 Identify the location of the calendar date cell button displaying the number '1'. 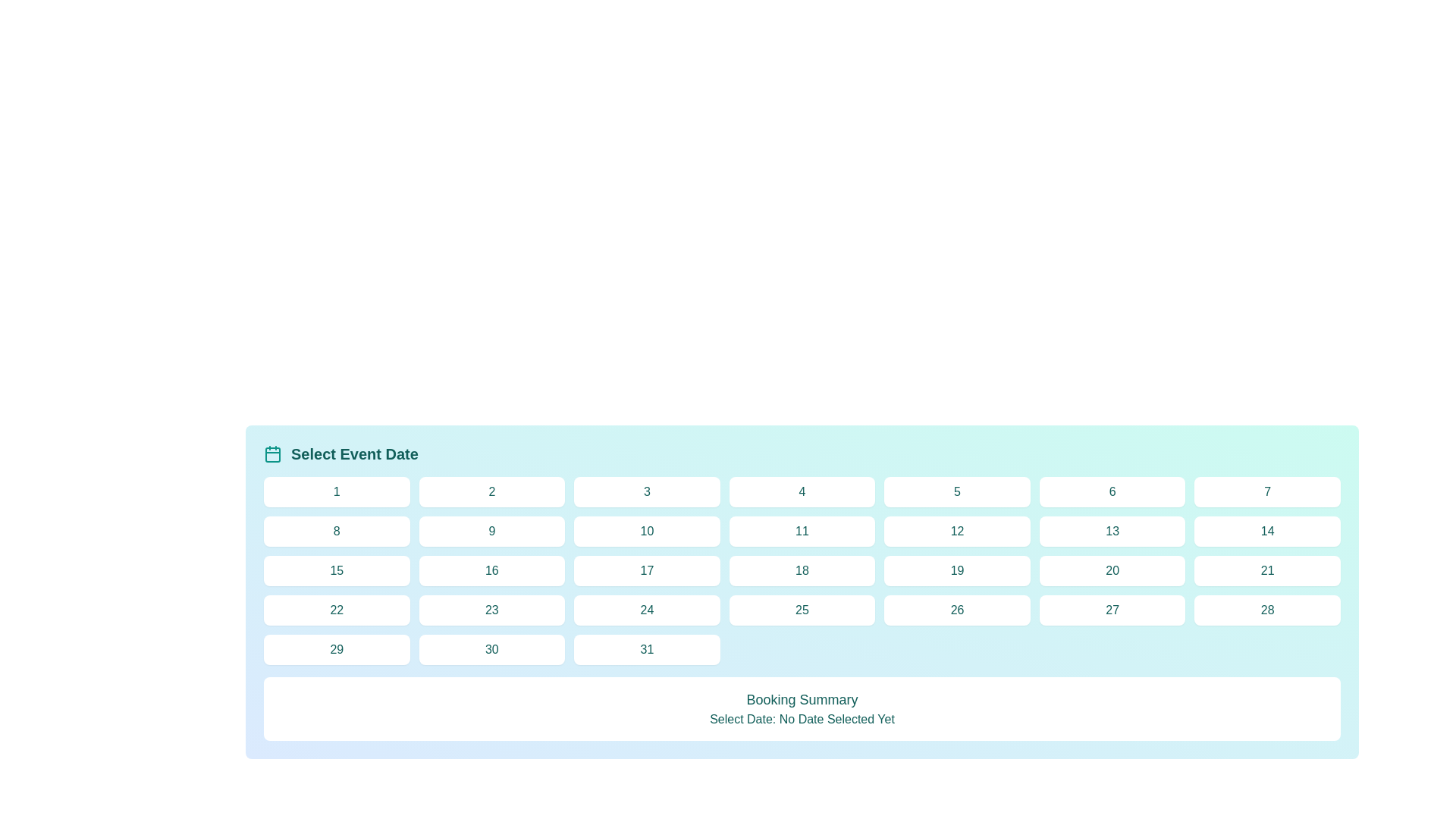
(336, 491).